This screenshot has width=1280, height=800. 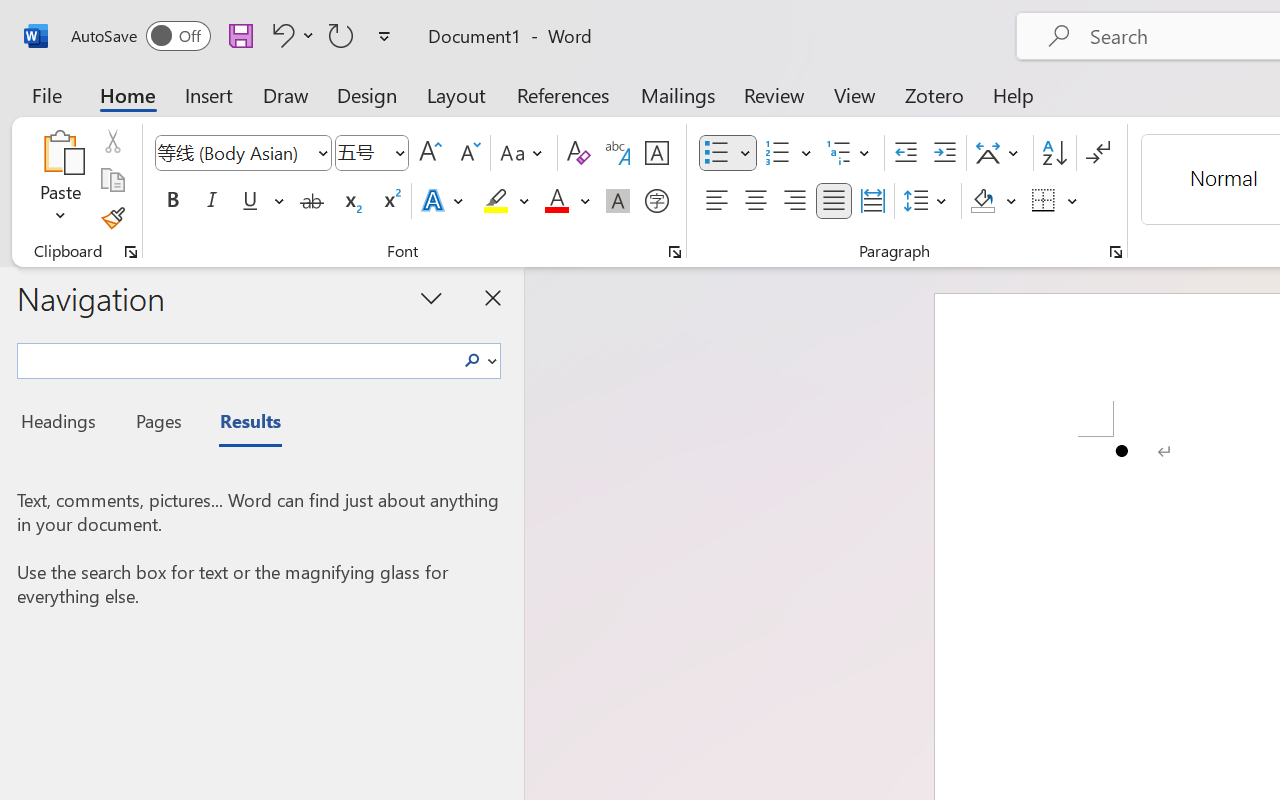 I want to click on 'Repeat Bullet Default', so click(x=341, y=34).